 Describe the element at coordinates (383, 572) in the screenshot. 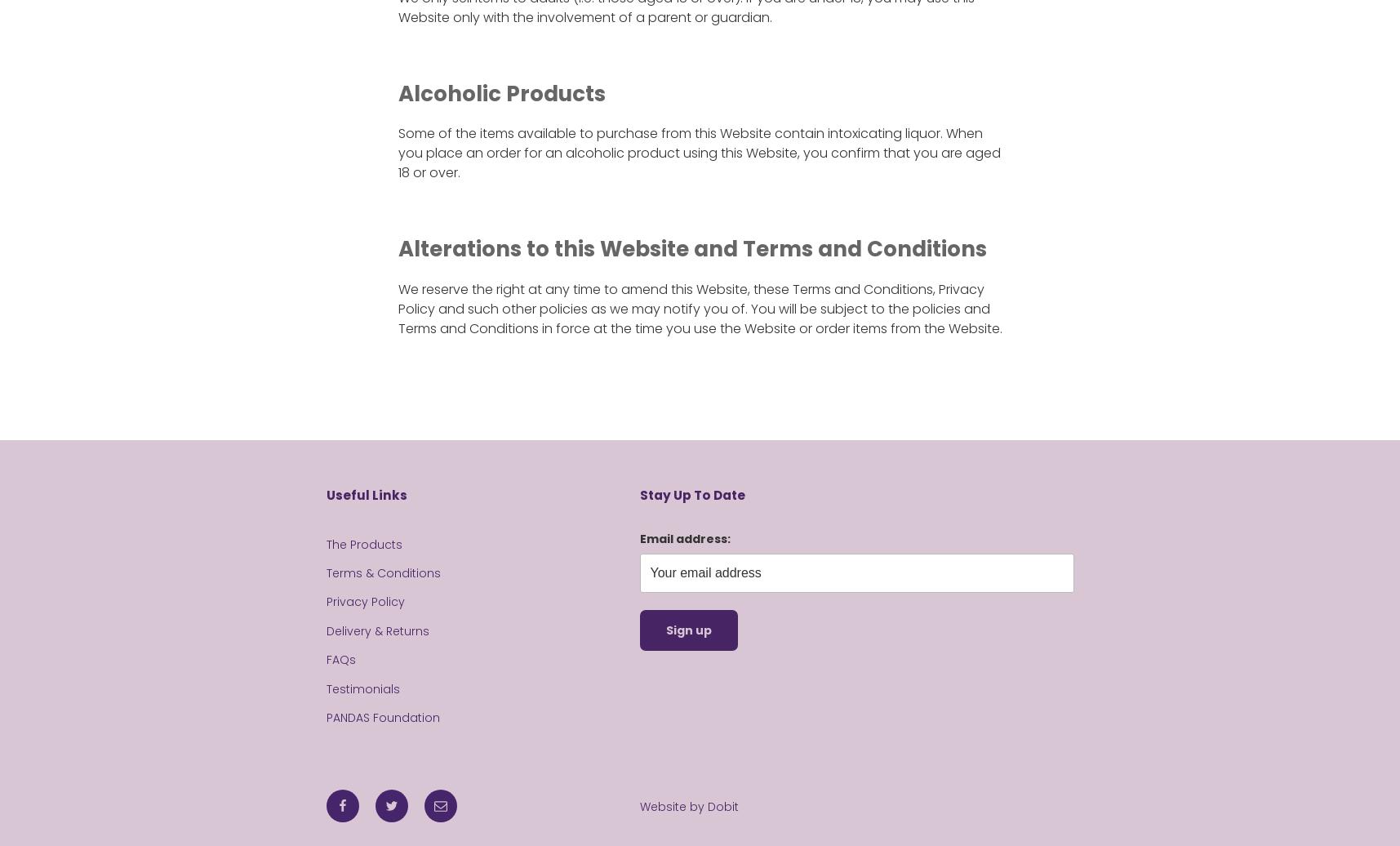

I see `'Terms & Conditions'` at that location.